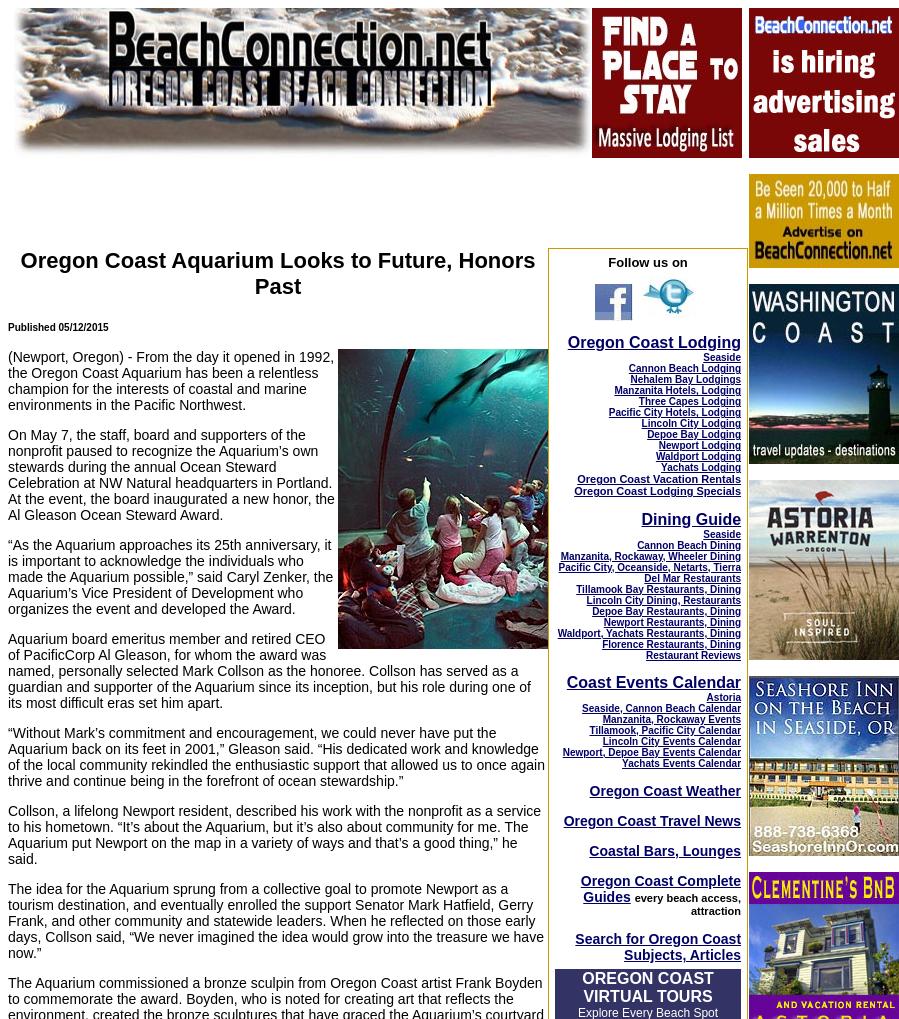  What do you see at coordinates (657, 478) in the screenshot?
I see `'Oregon 
                    Coast Vacation Rentals'` at bounding box center [657, 478].